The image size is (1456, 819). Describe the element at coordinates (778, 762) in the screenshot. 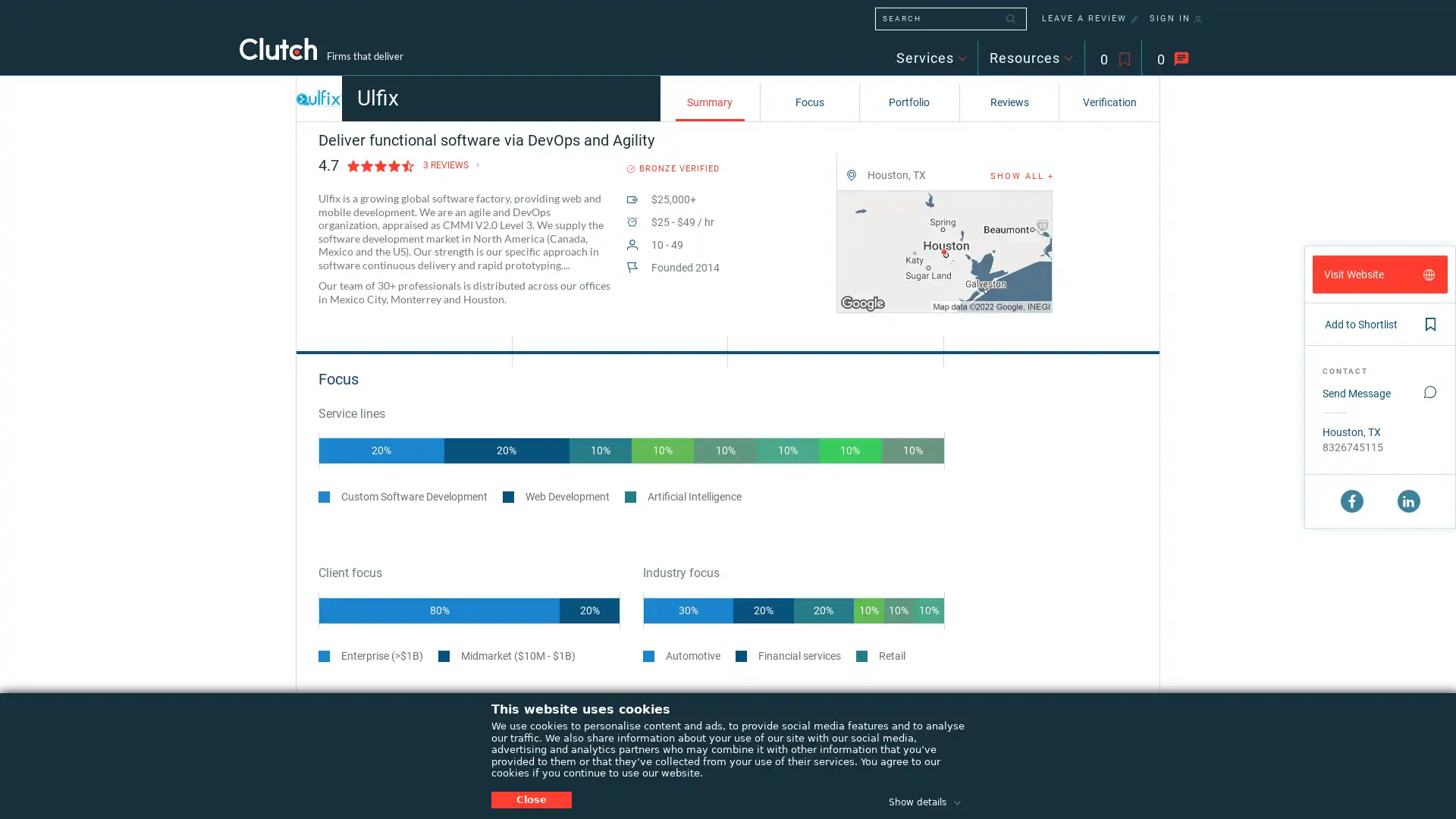

I see `10%` at that location.